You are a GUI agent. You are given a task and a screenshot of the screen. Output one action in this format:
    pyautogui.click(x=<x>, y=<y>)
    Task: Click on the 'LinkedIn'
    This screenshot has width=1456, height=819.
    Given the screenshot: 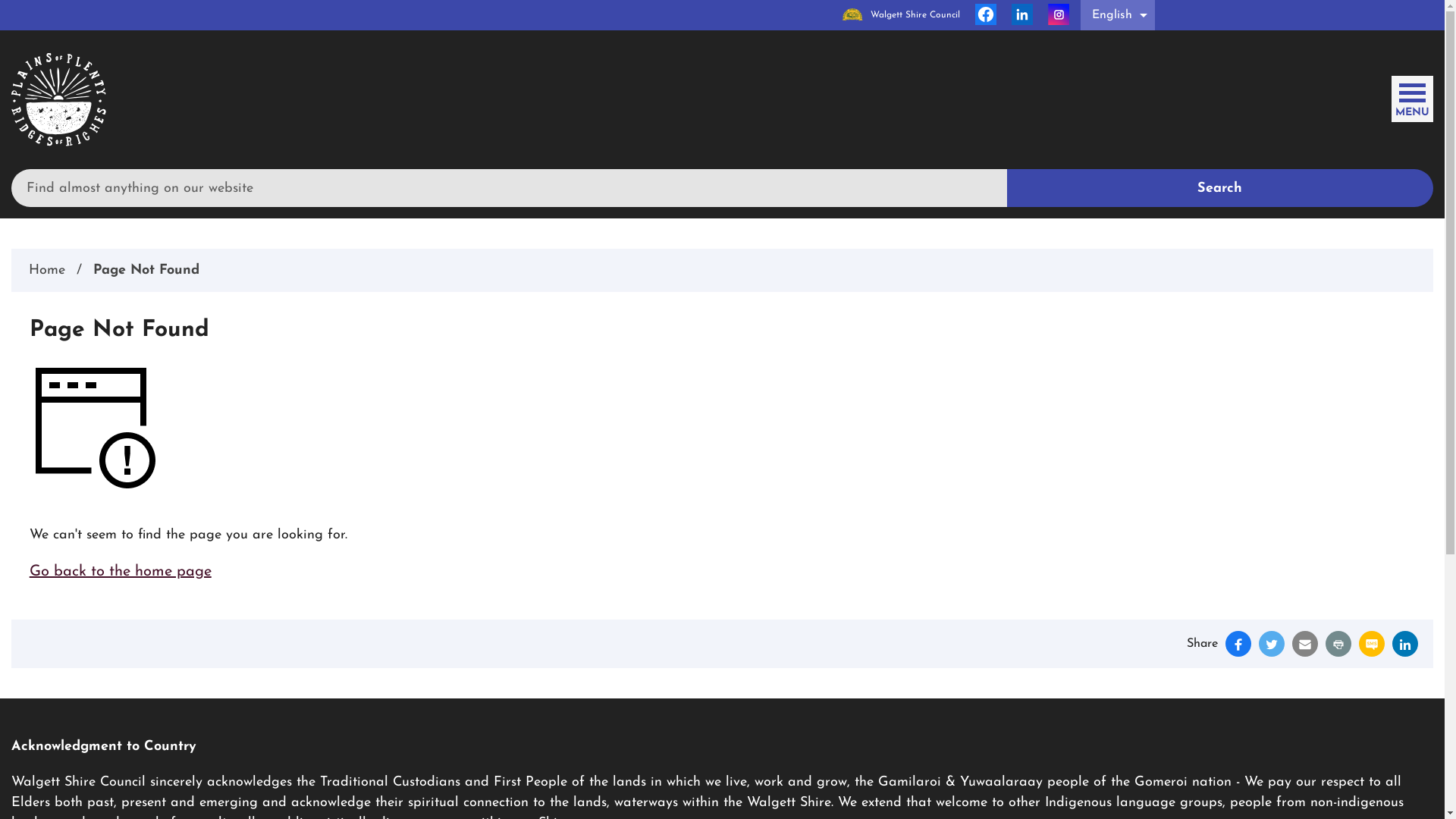 What is the action you would take?
    pyautogui.click(x=1392, y=643)
    